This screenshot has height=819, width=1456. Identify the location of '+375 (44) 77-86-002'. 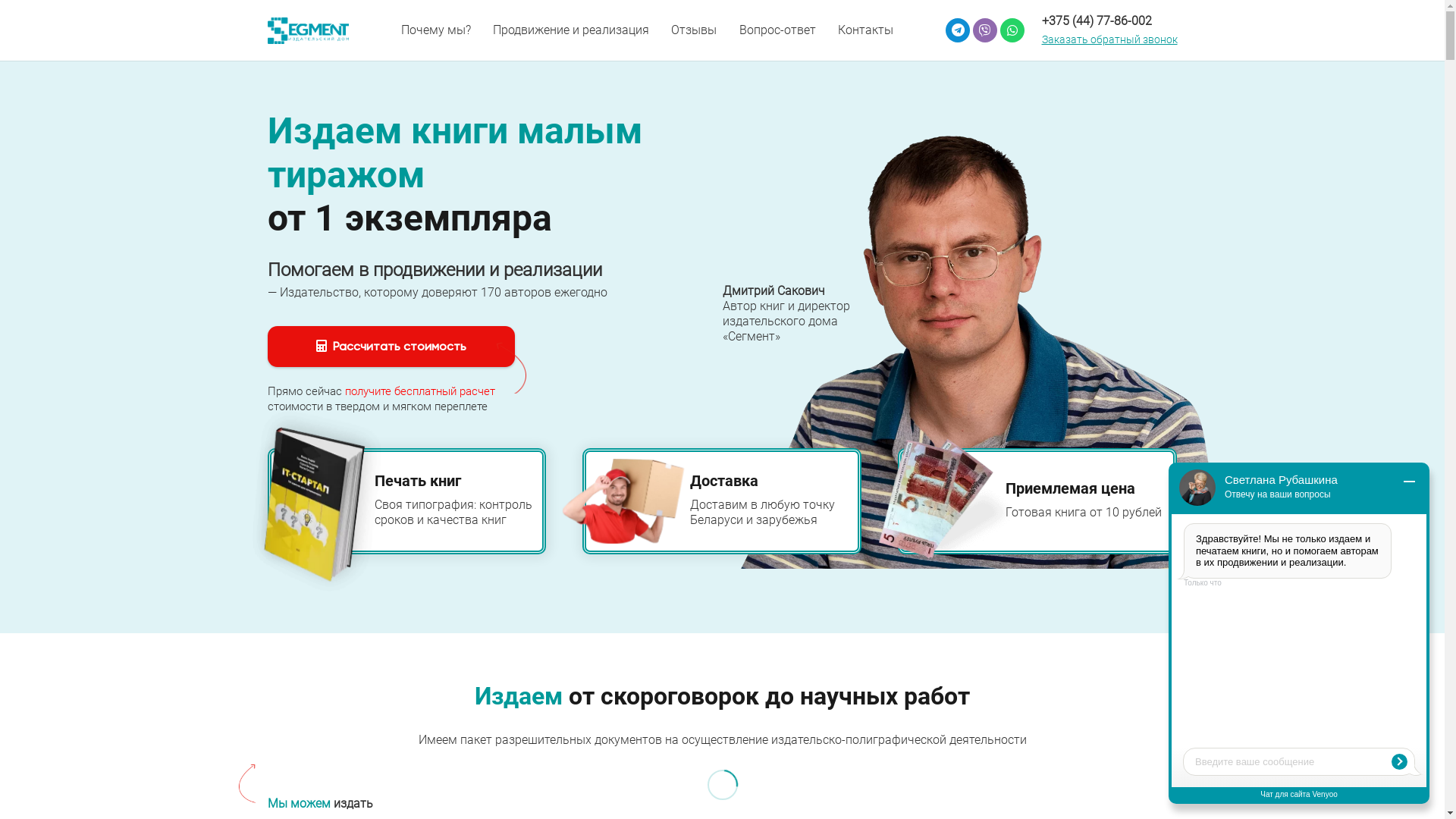
(1040, 20).